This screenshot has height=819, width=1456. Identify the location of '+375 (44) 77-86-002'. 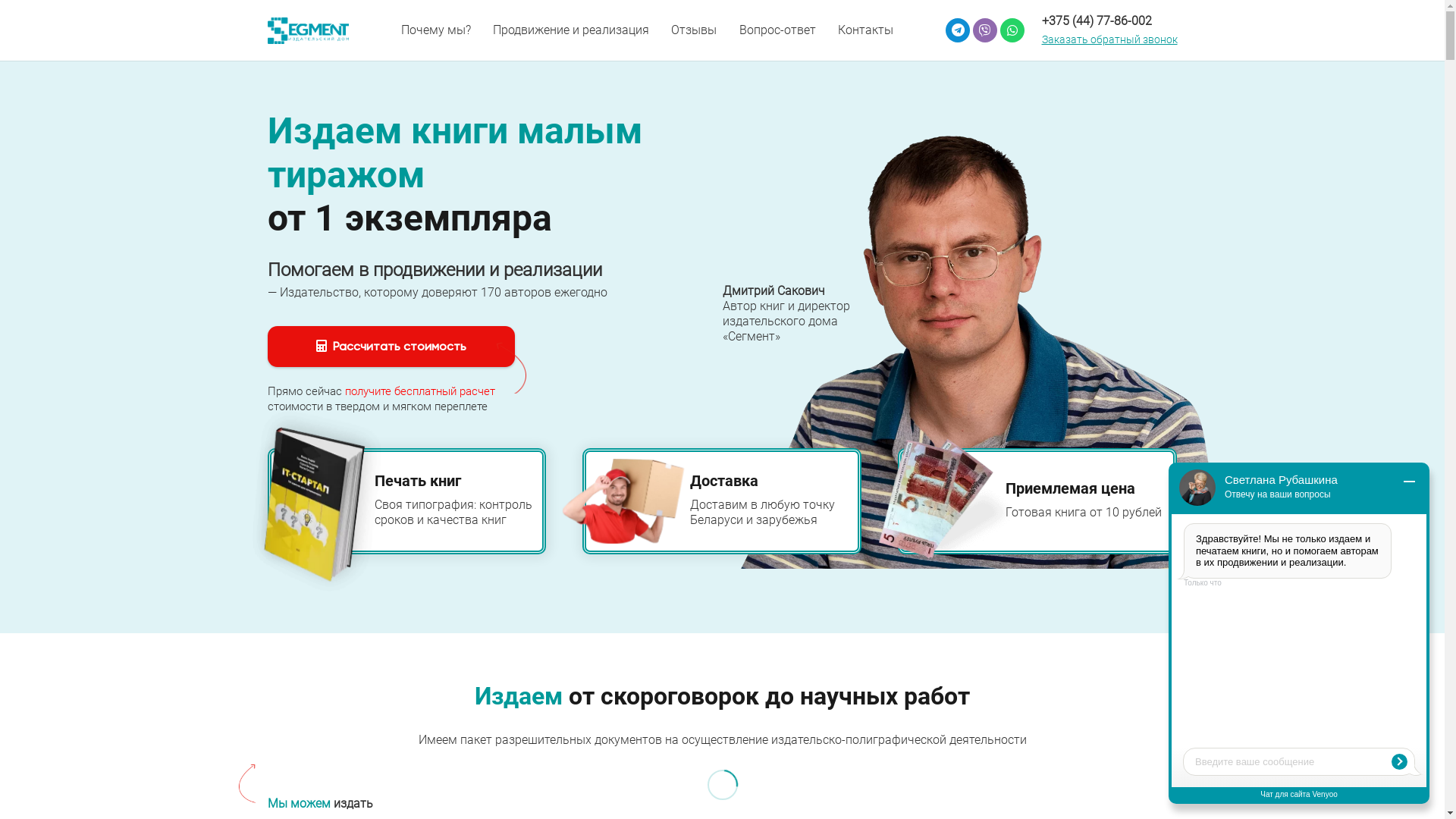
(1040, 20).